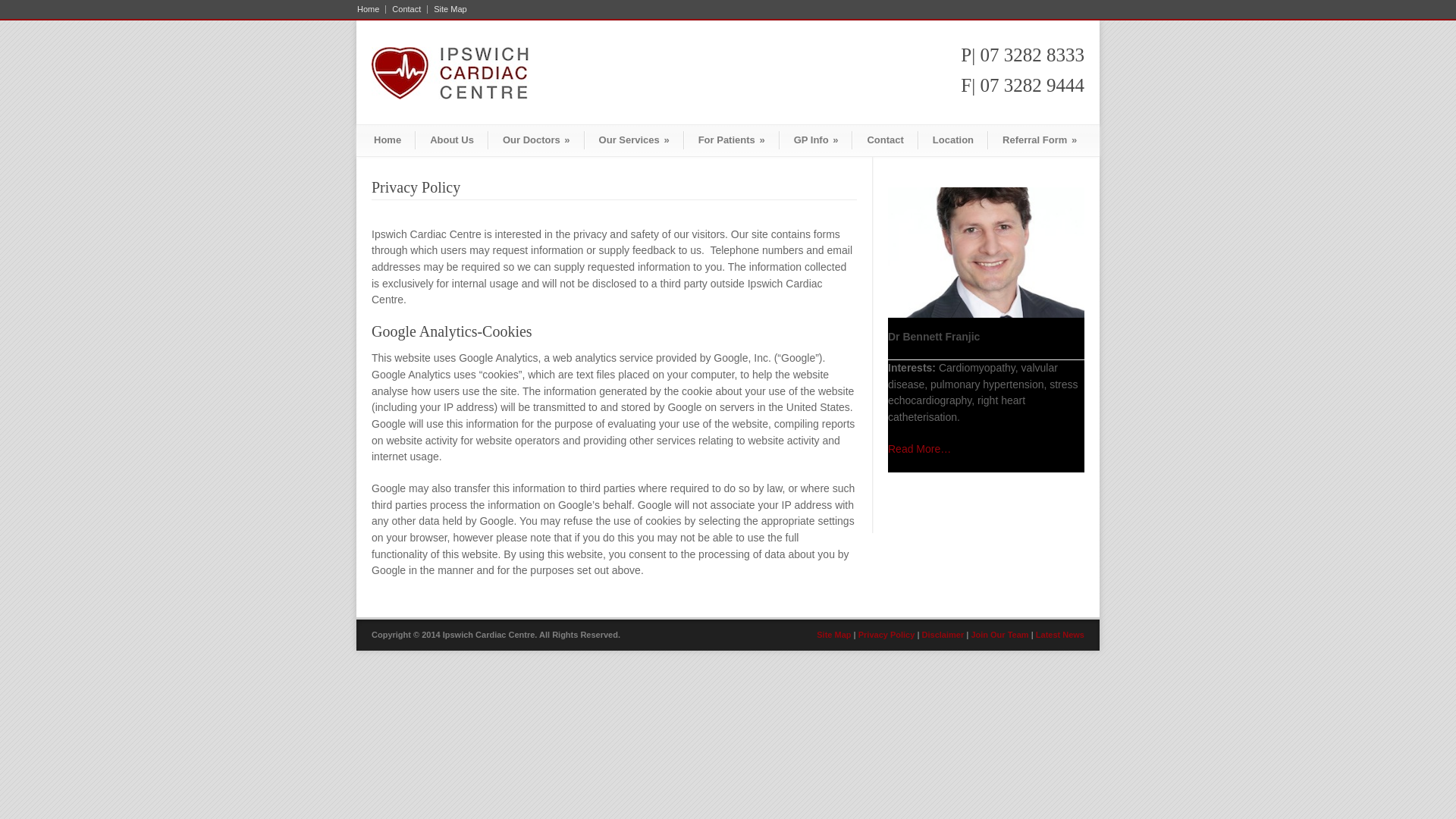 This screenshot has width=1456, height=819. I want to click on 'Latest News', so click(1035, 635).